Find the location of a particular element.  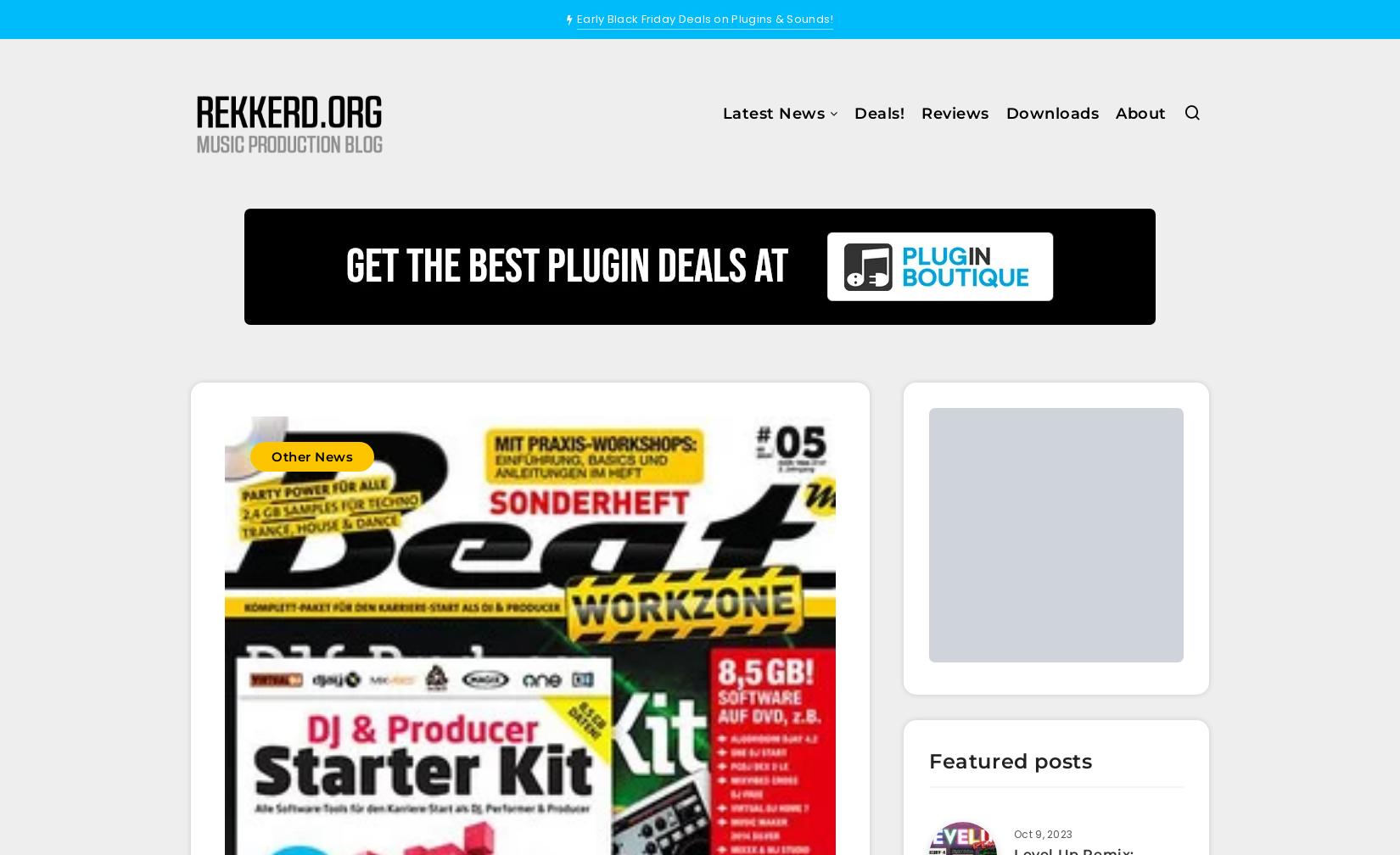

'Latest News' is located at coordinates (722, 113).